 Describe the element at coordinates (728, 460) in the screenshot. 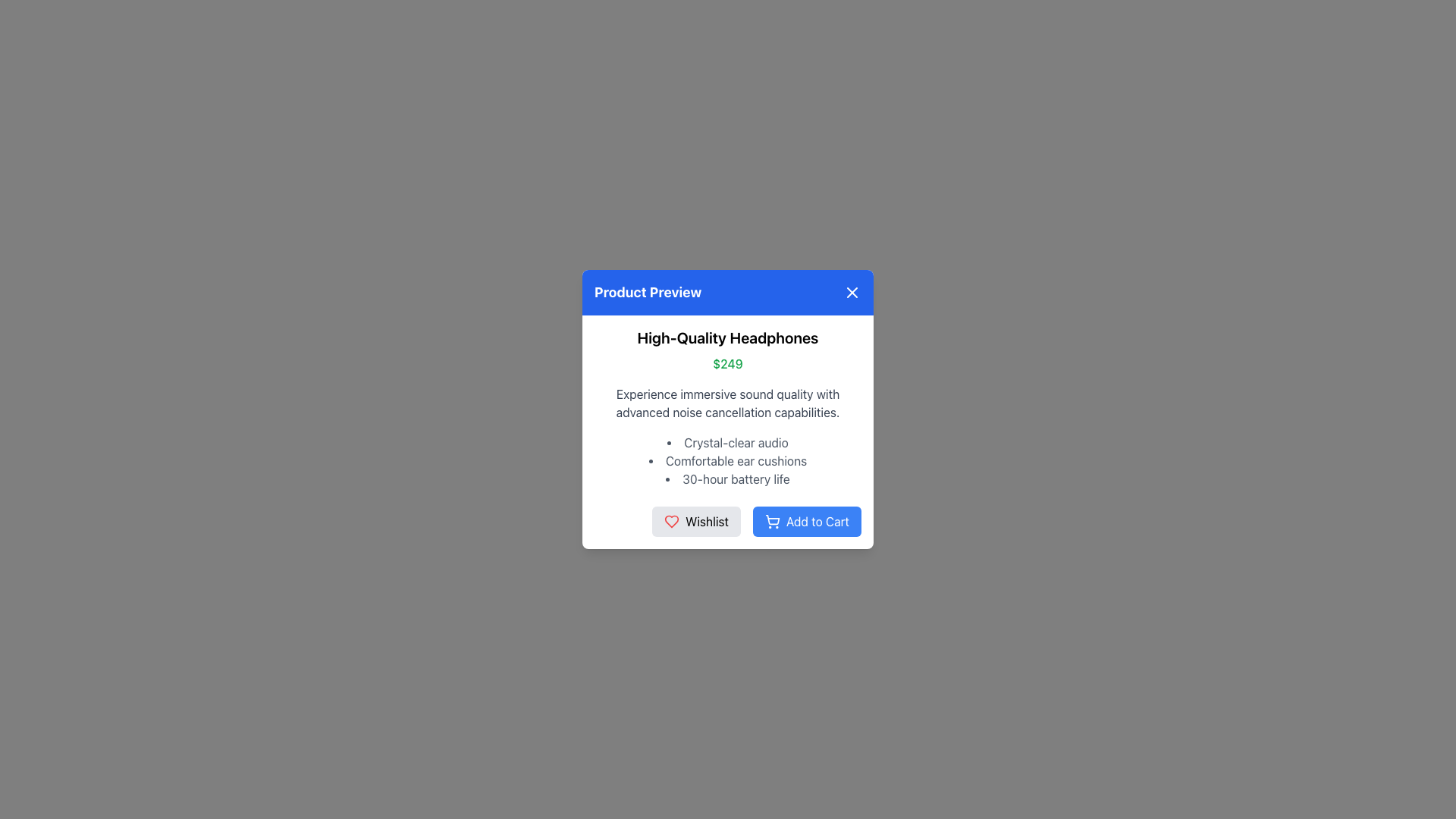

I see `the second item in the informational bullet point list of the product preview dialog box, which highlights a feature of the product` at that location.